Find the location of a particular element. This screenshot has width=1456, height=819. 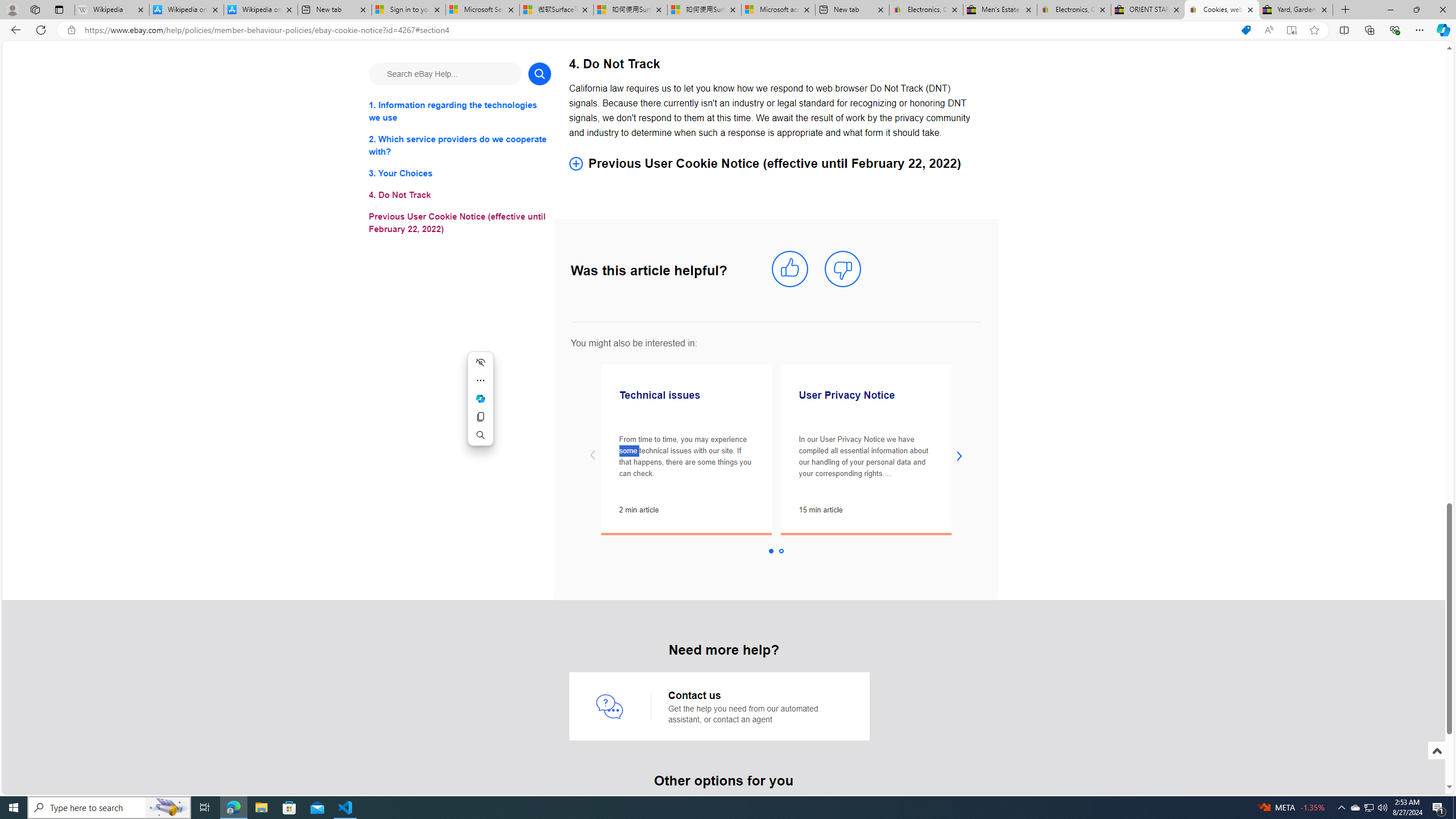

'mark this article not helpful' is located at coordinates (842, 268).